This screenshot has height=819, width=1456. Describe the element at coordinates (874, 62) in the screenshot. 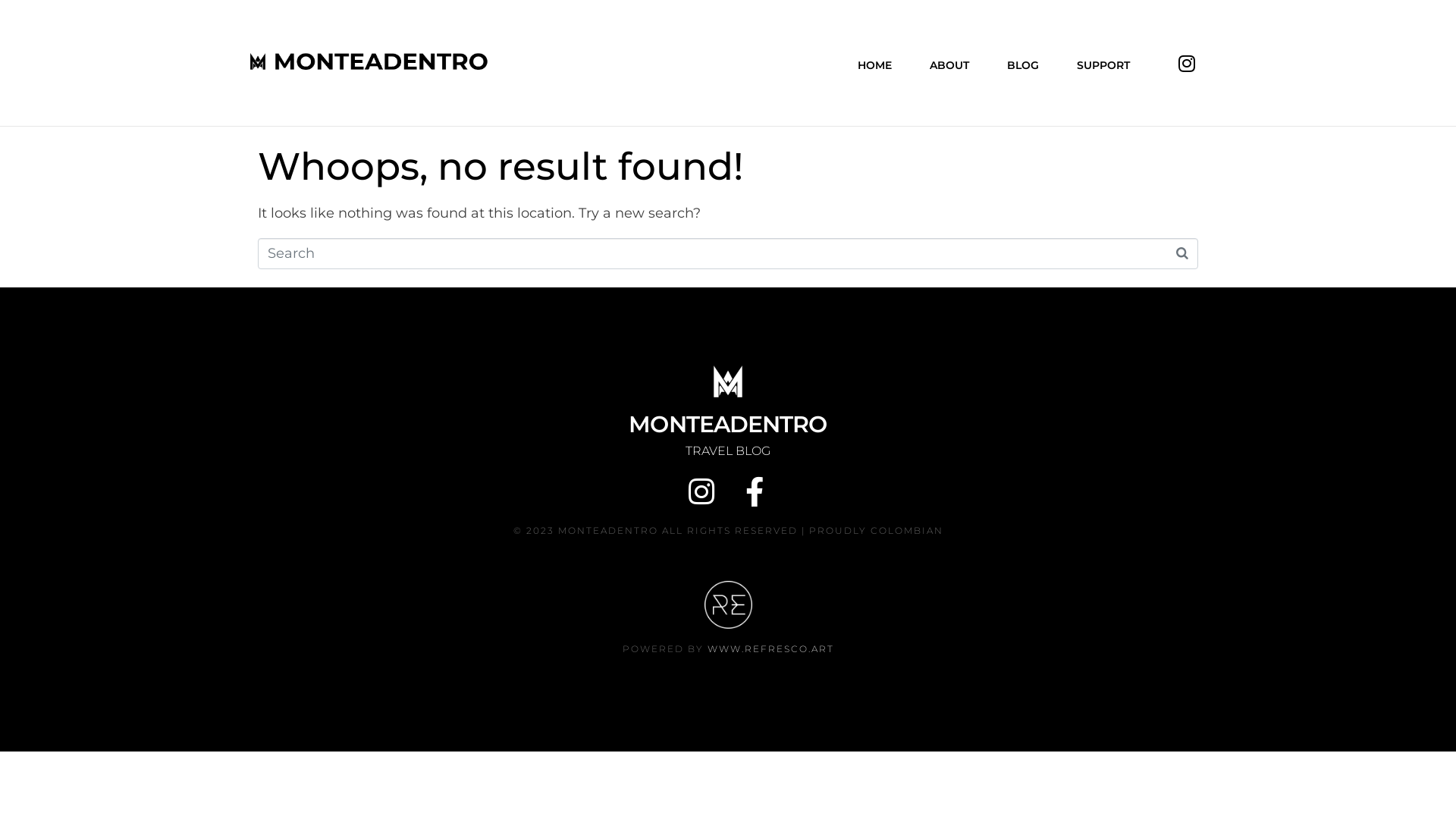

I see `'HOME'` at that location.